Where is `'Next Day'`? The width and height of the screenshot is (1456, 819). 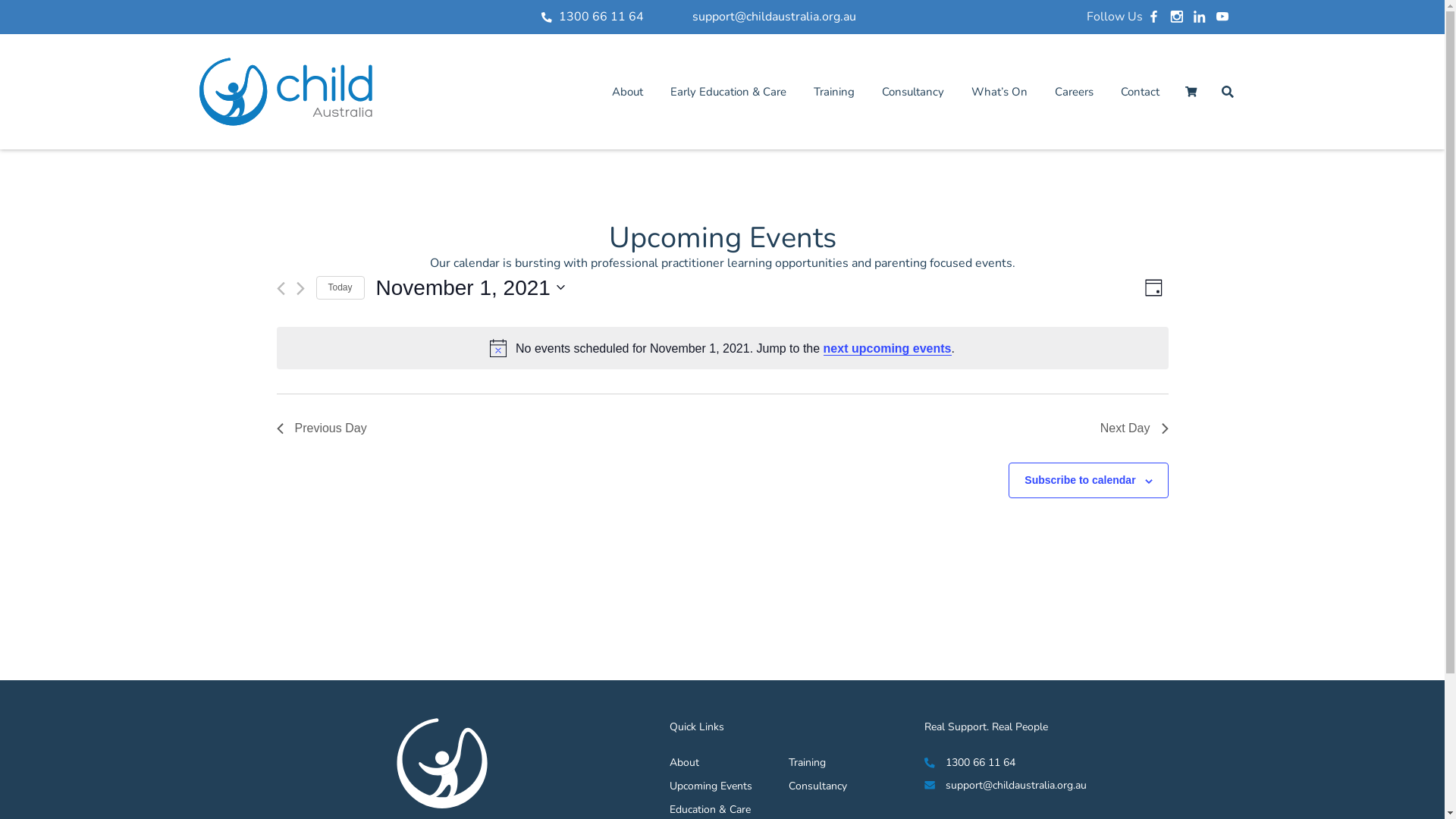
'Next Day' is located at coordinates (1134, 428).